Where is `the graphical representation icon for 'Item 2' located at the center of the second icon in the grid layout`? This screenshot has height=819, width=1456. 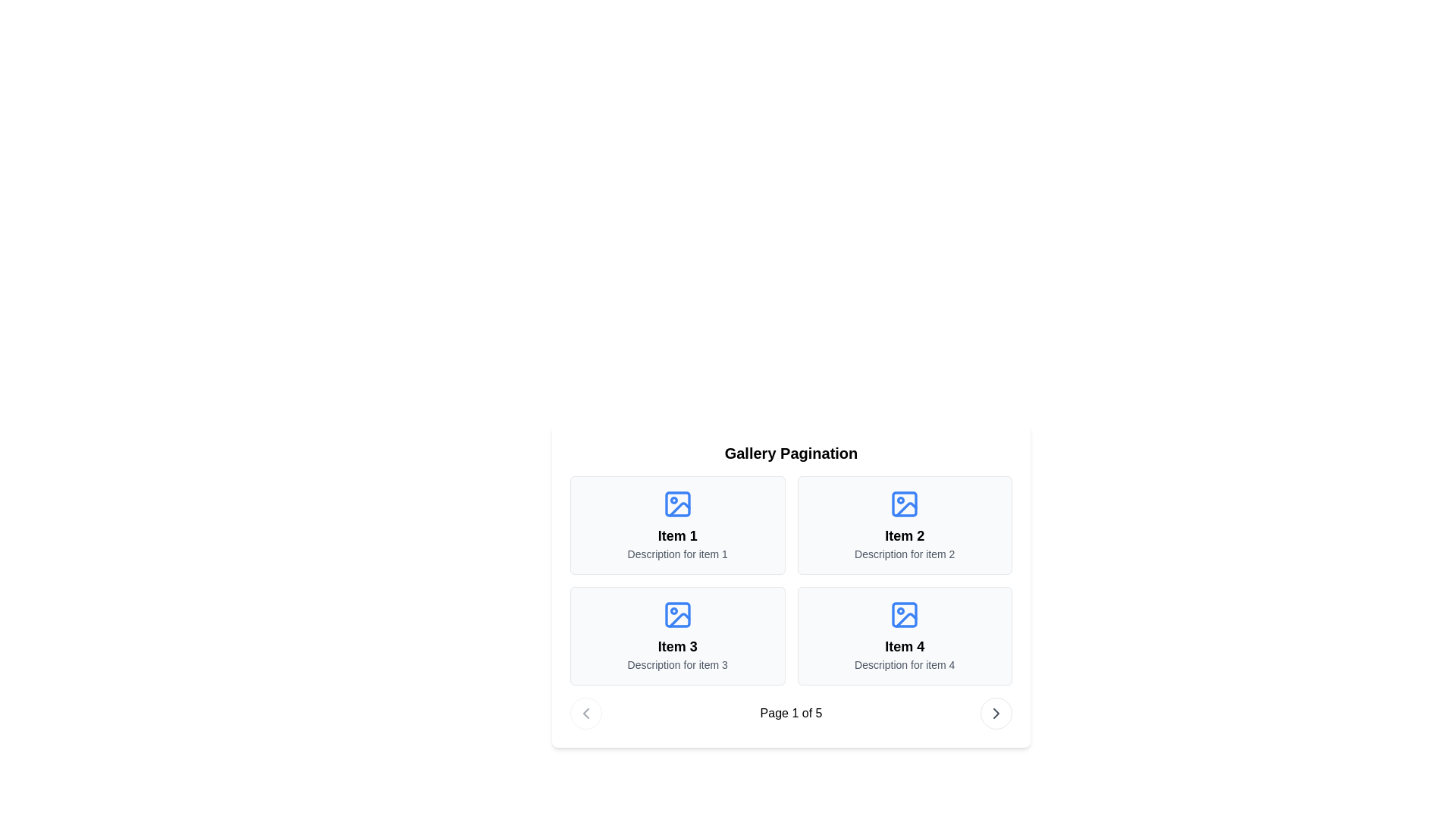 the graphical representation icon for 'Item 2' located at the center of the second icon in the grid layout is located at coordinates (905, 504).